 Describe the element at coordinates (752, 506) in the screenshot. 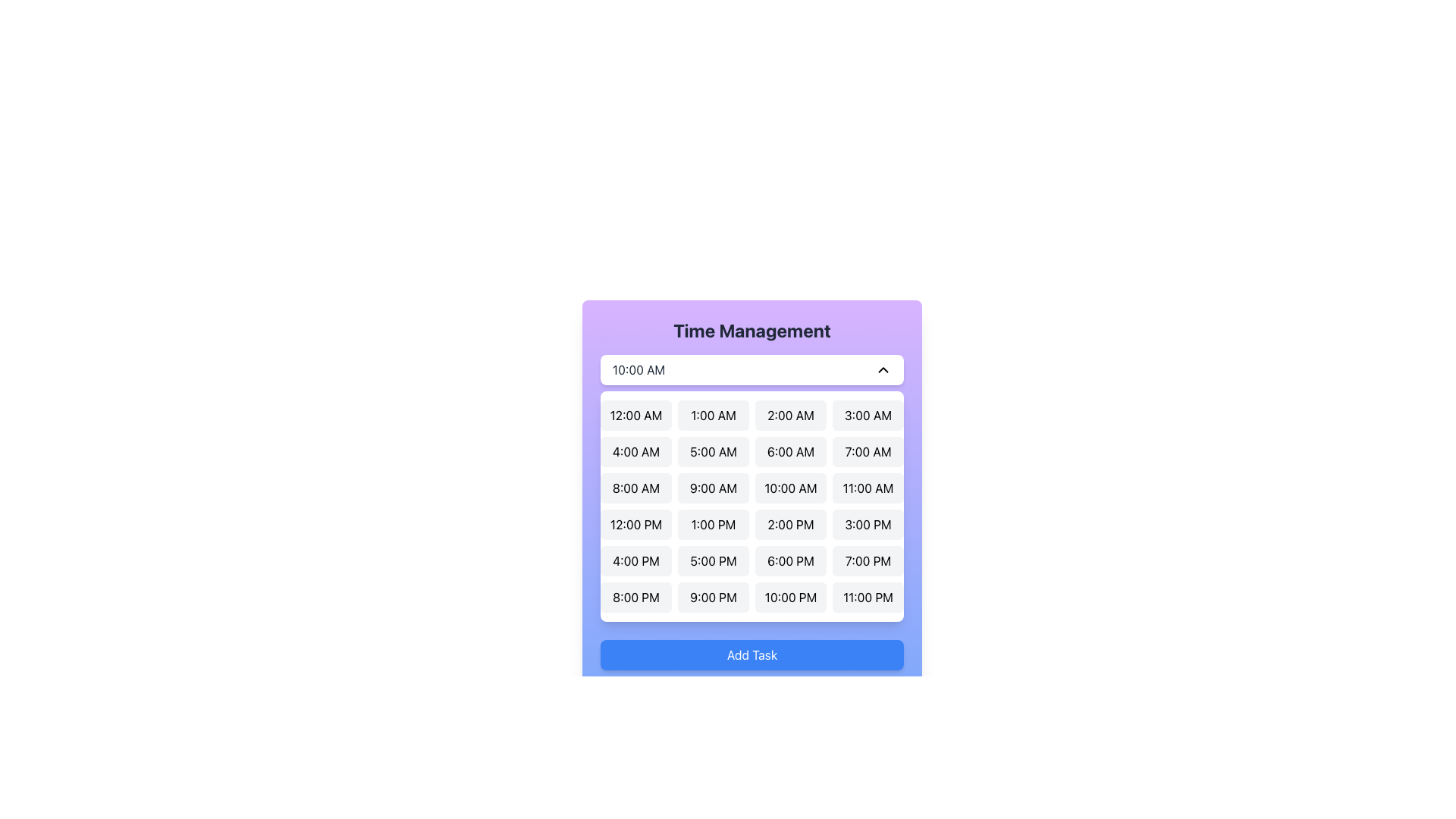

I see `an individual time slot in the Time Selector Grid located centrally within the purple-tinted modal, below the '10:00 AM' dropdown and above the blue 'Add Task' button` at that location.